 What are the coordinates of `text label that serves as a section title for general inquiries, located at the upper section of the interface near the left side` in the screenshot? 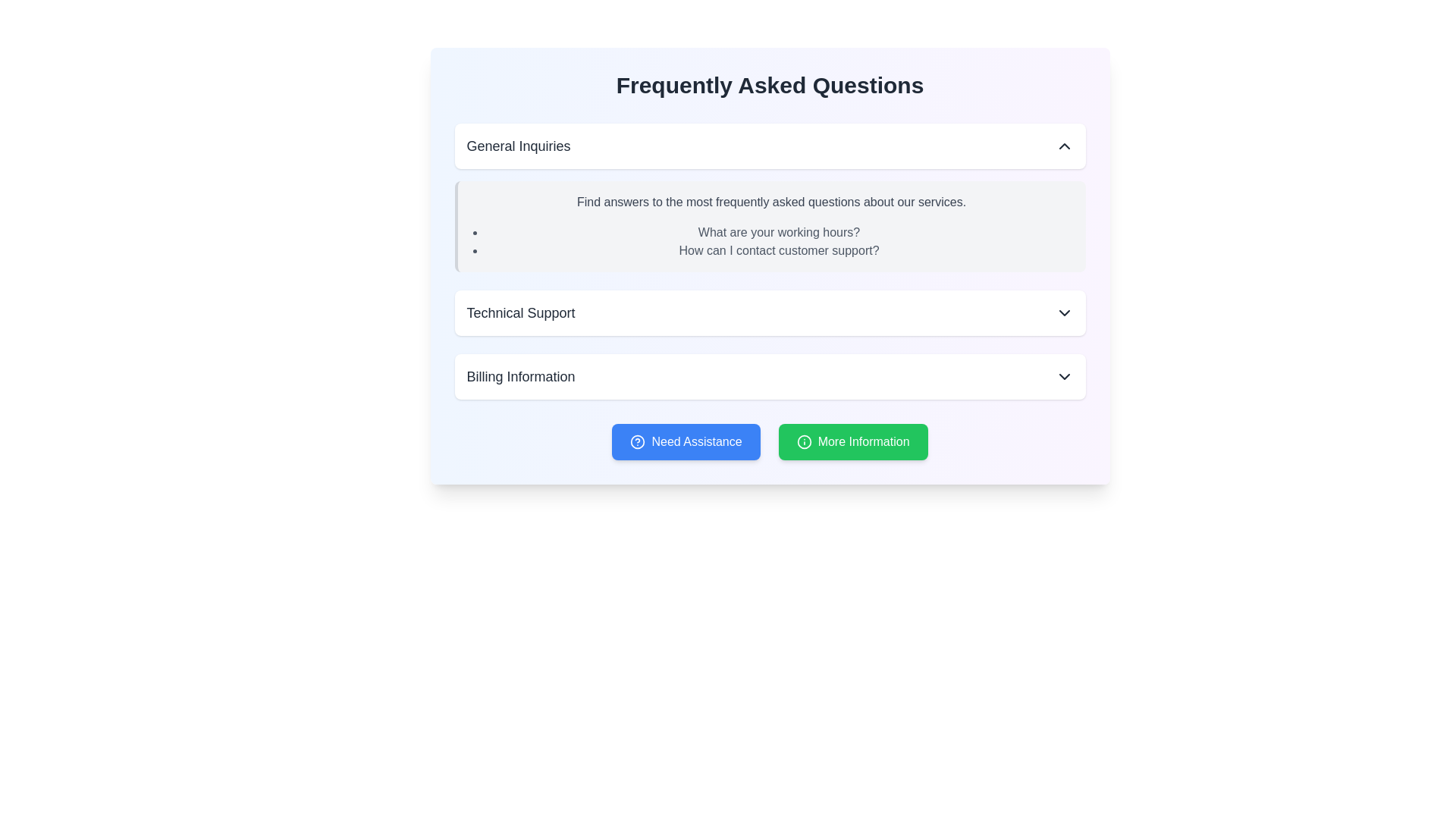 It's located at (519, 146).